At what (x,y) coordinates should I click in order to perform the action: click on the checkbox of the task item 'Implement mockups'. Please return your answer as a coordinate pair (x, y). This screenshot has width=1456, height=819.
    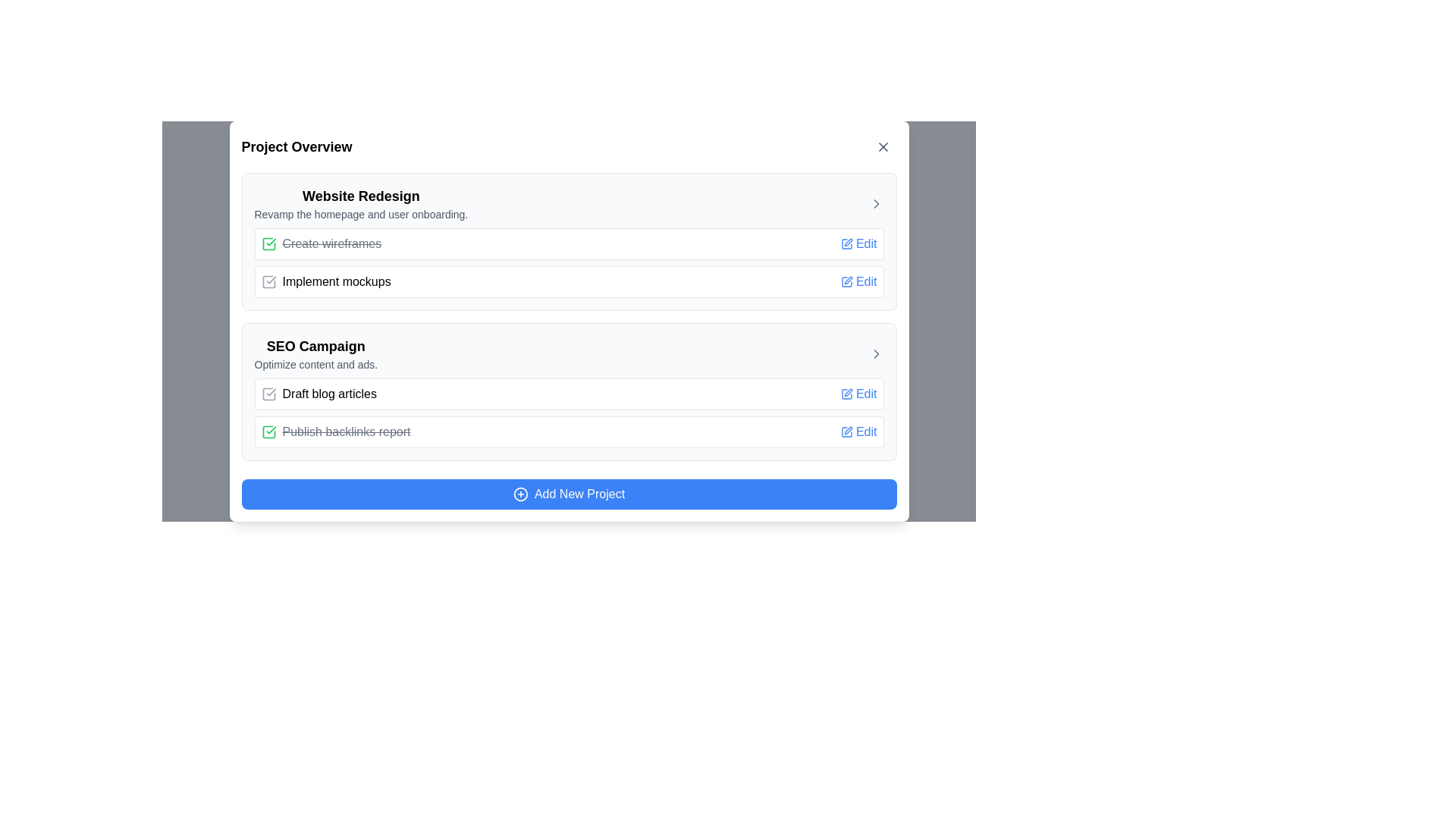
    Looking at the image, I should click on (325, 281).